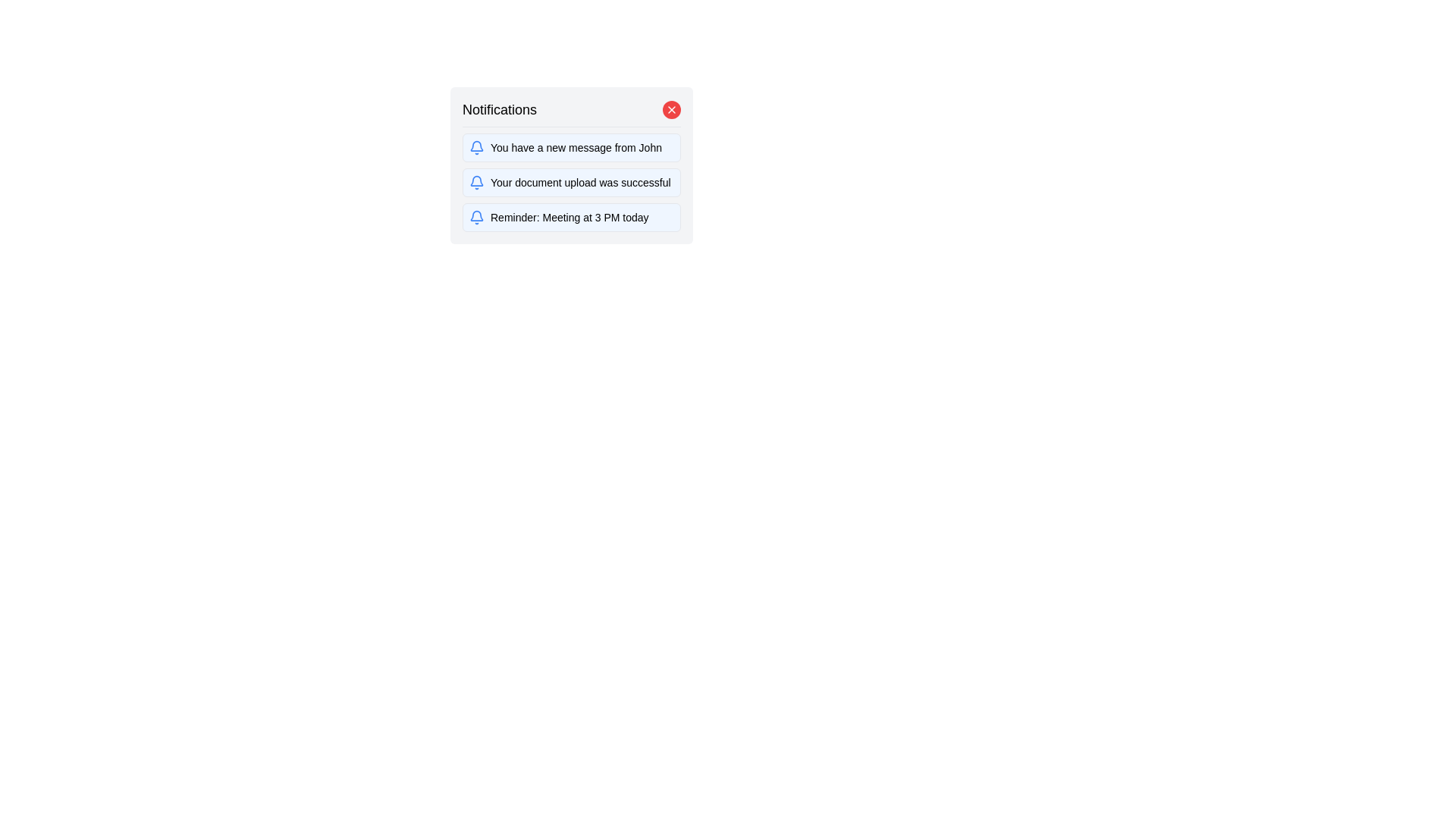  What do you see at coordinates (570, 148) in the screenshot?
I see `notification text that says, 'You have a new message from John,' from the first notification item in the notification list, which has a light blue background and a blue notification bell icon on its left` at bounding box center [570, 148].